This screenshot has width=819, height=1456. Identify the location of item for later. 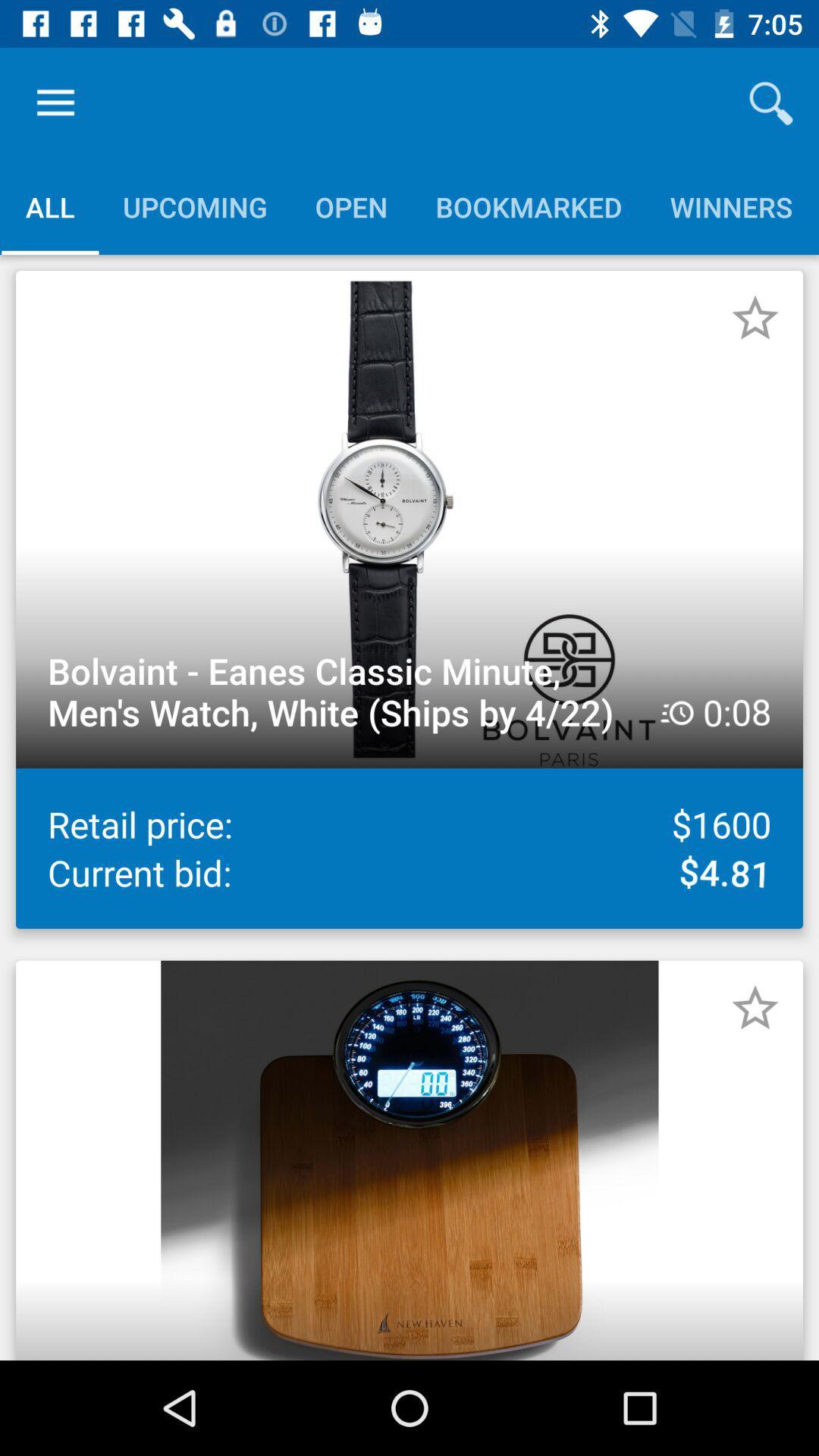
(755, 1008).